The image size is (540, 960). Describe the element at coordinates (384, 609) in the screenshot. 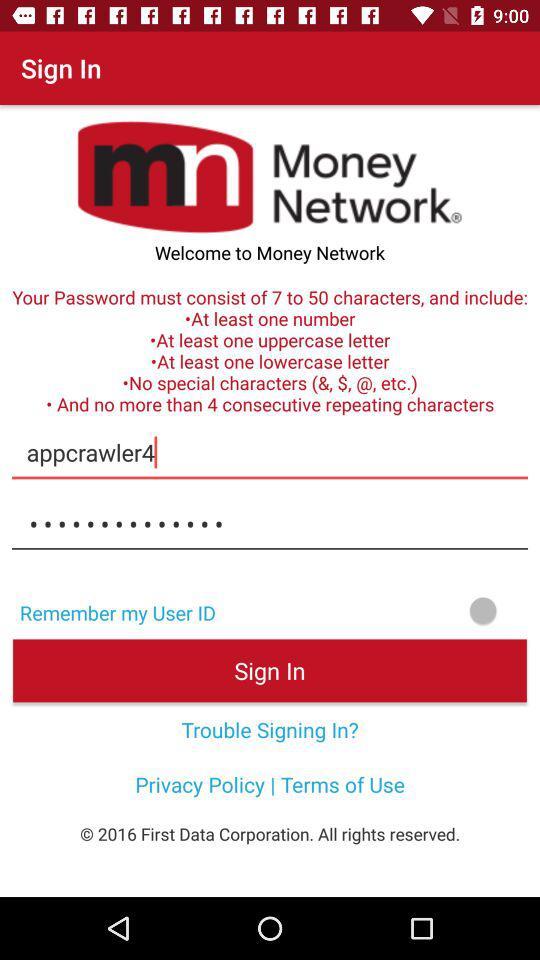

I see `to remember my user id` at that location.